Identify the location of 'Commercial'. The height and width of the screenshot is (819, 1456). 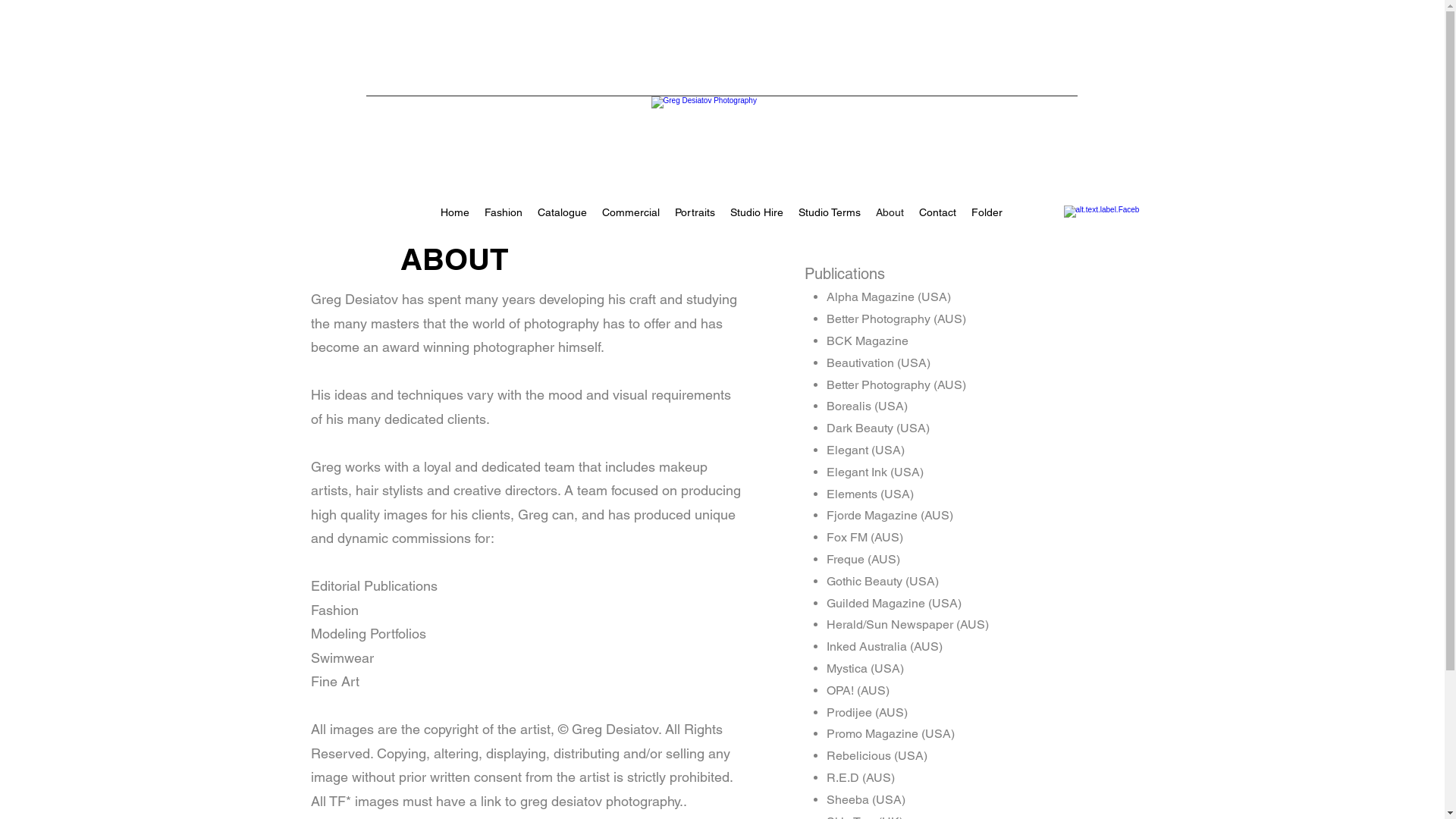
(630, 212).